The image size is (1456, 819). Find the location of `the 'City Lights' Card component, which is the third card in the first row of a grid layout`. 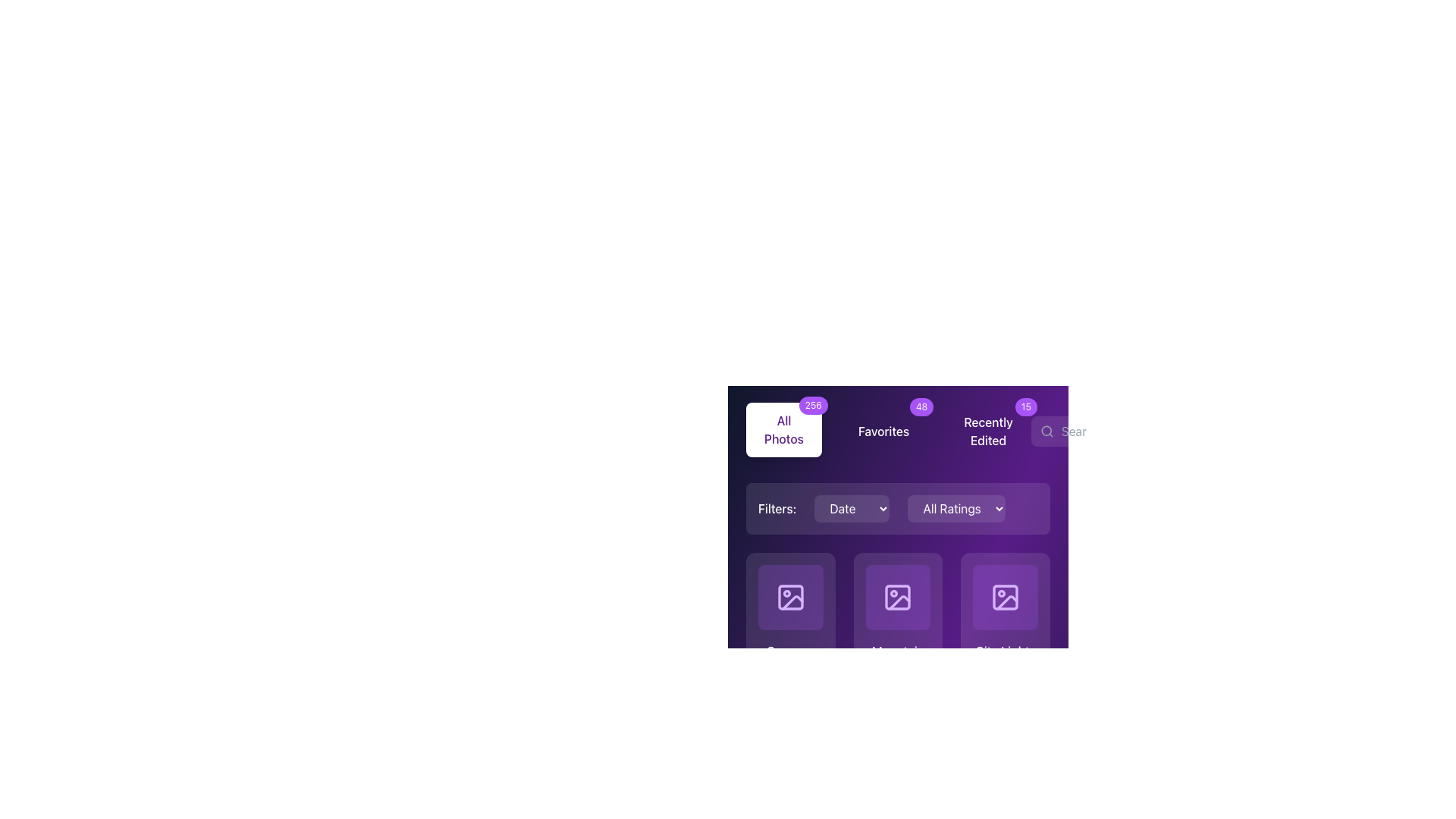

the 'City Lights' Card component, which is the third card in the first row of a grid layout is located at coordinates (1006, 629).